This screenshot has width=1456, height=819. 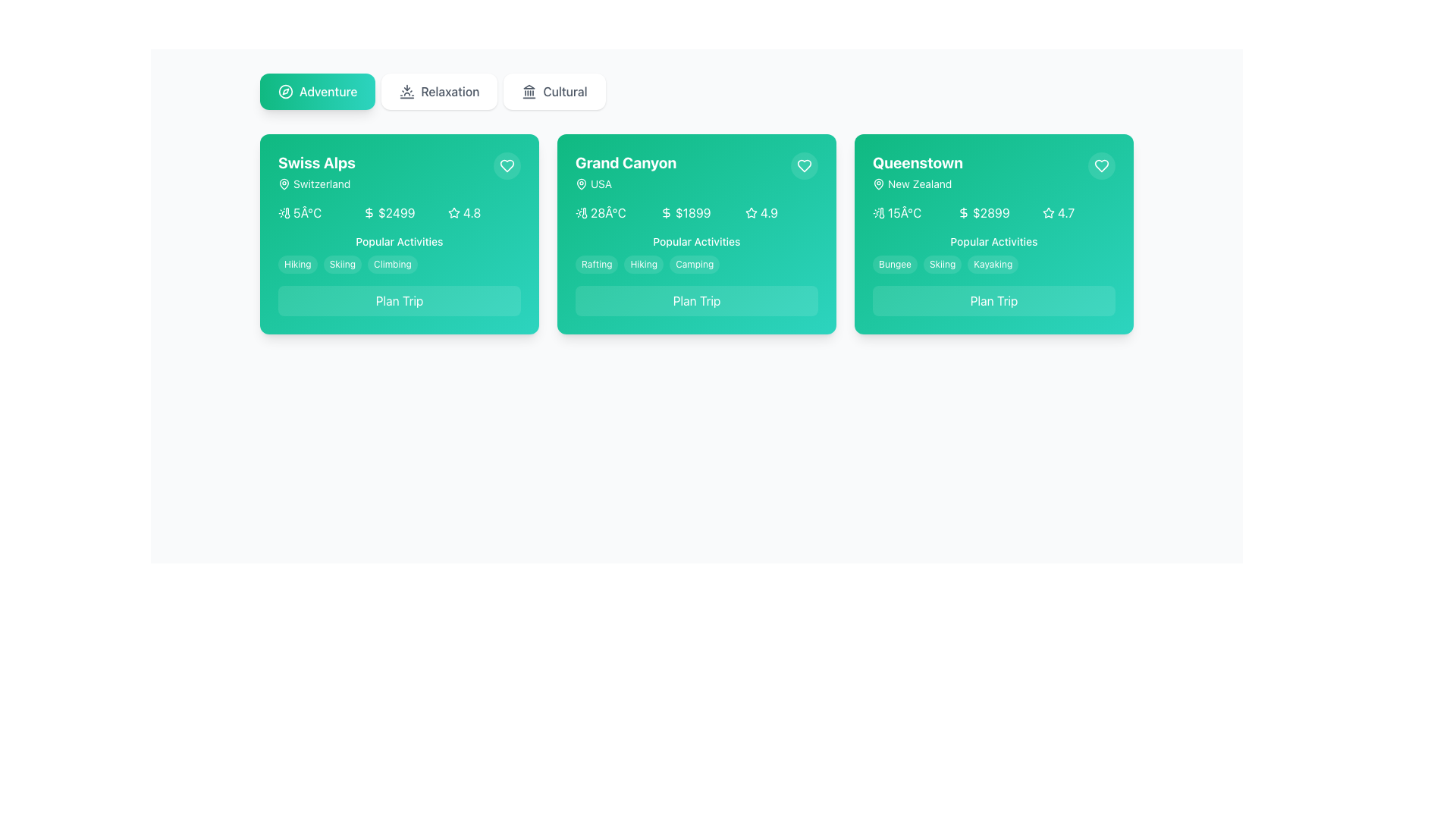 I want to click on pricing information displayed as a dollar currency symbol followed by the price value of $2499, which is styled in white text on a green background, located centrally under the temperature indicator in the first card from the left, so click(x=400, y=213).